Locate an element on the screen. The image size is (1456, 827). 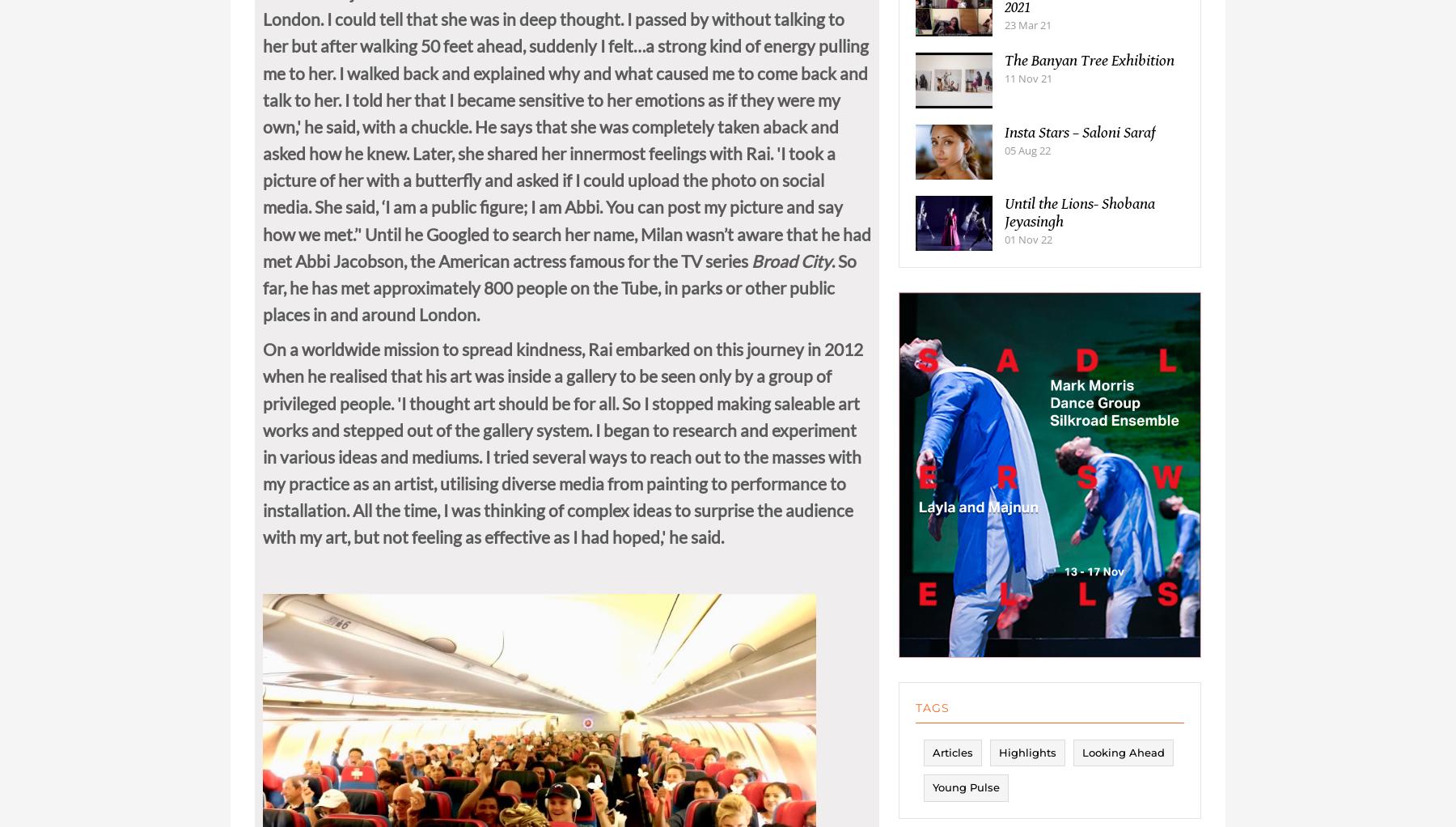
'23 Mar 21' is located at coordinates (1005, 40).